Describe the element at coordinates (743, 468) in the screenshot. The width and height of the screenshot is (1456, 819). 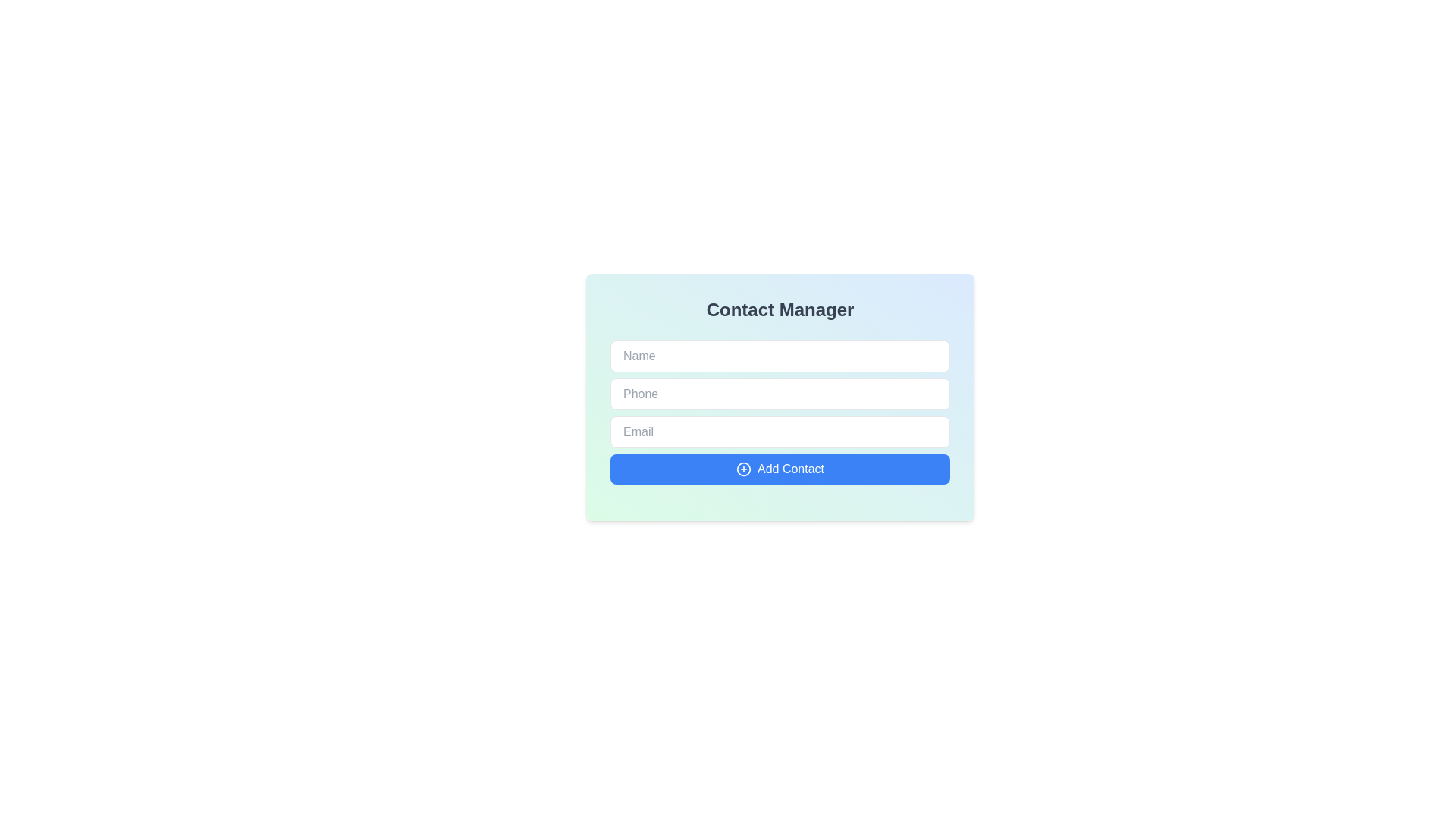
I see `the icon located` at that location.